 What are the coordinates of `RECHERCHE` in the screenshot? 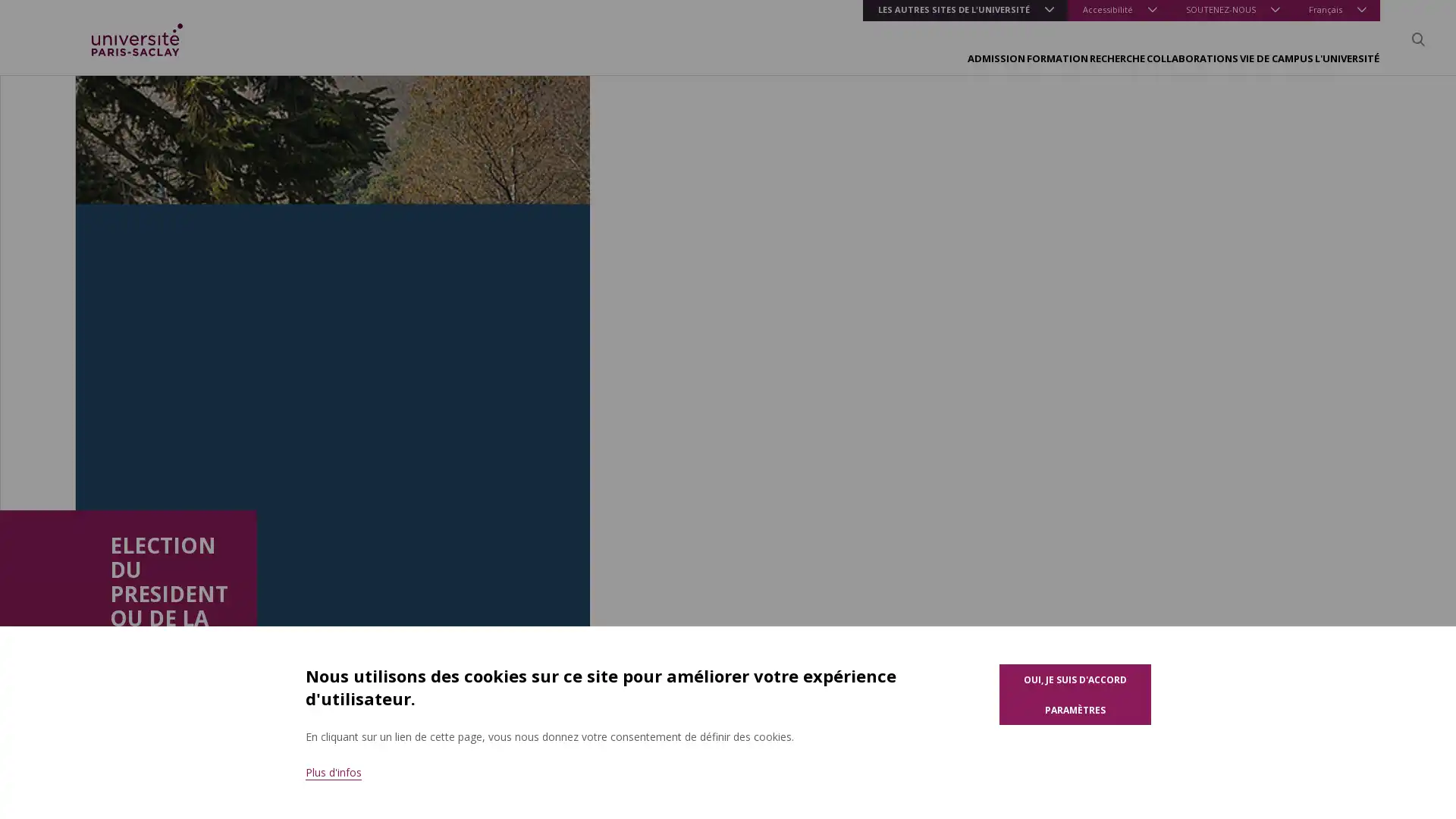 It's located at (962, 52).